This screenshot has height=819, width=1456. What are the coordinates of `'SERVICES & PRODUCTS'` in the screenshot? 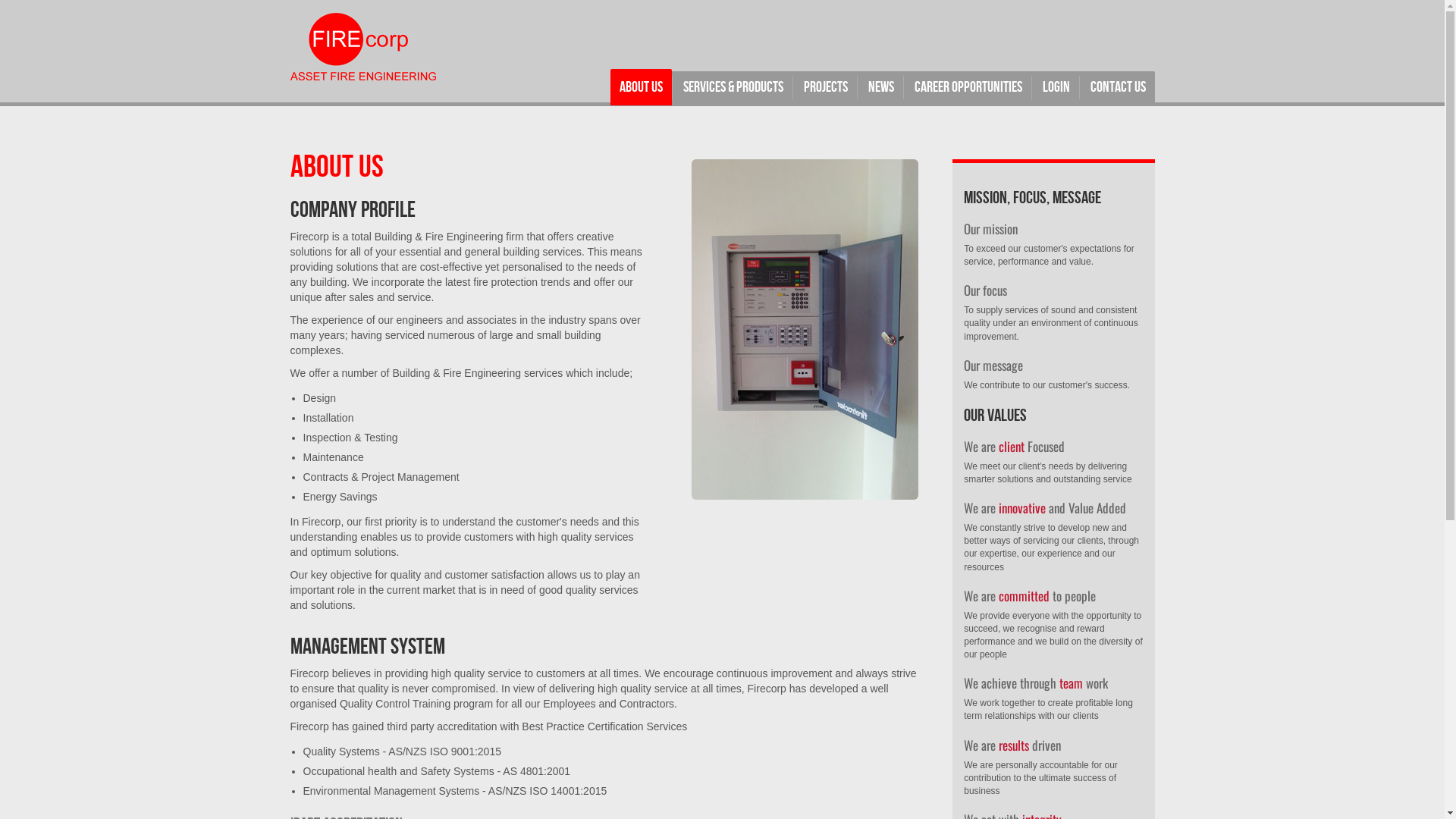 It's located at (732, 87).